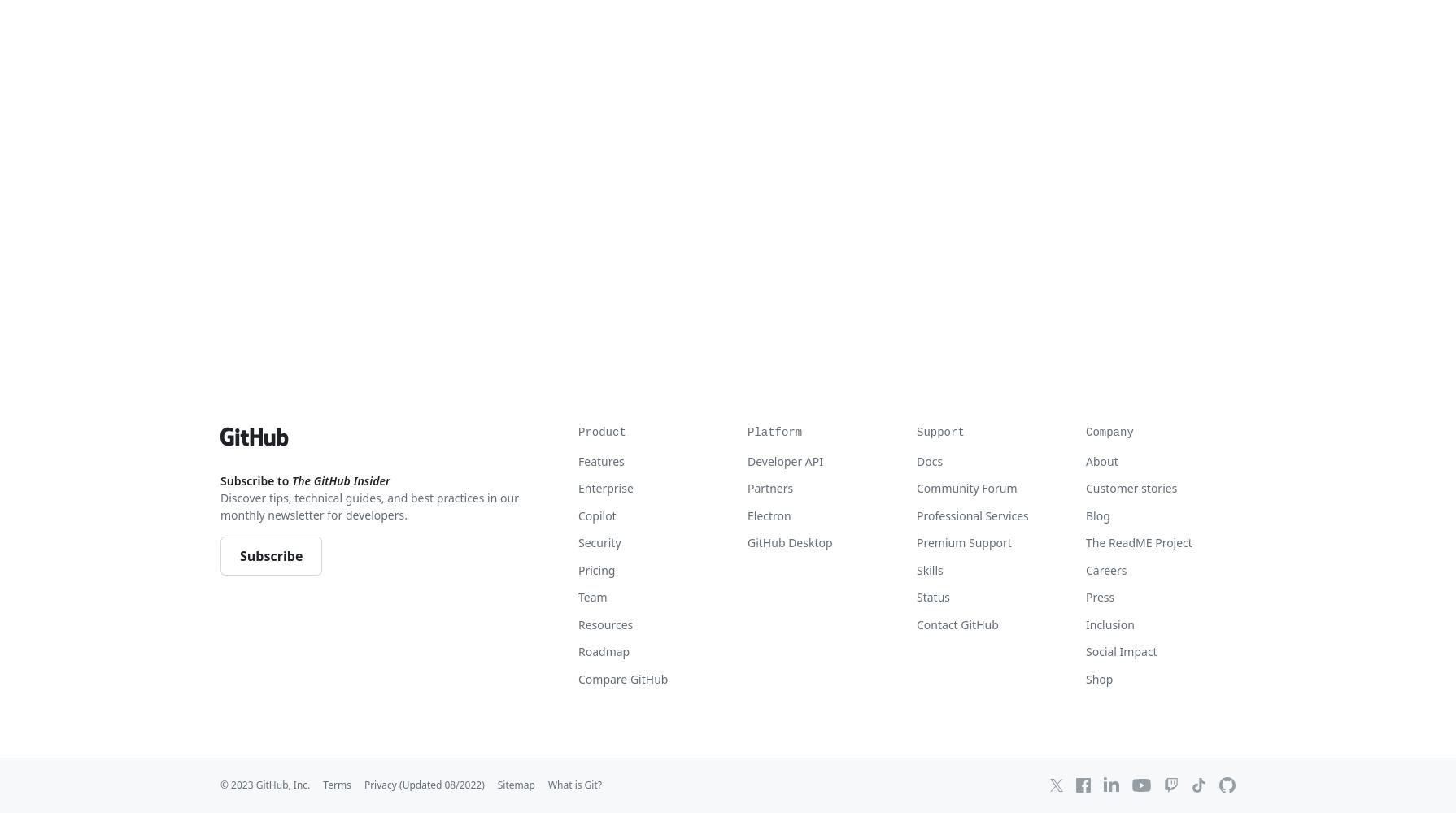  I want to click on 'Partners', so click(747, 487).